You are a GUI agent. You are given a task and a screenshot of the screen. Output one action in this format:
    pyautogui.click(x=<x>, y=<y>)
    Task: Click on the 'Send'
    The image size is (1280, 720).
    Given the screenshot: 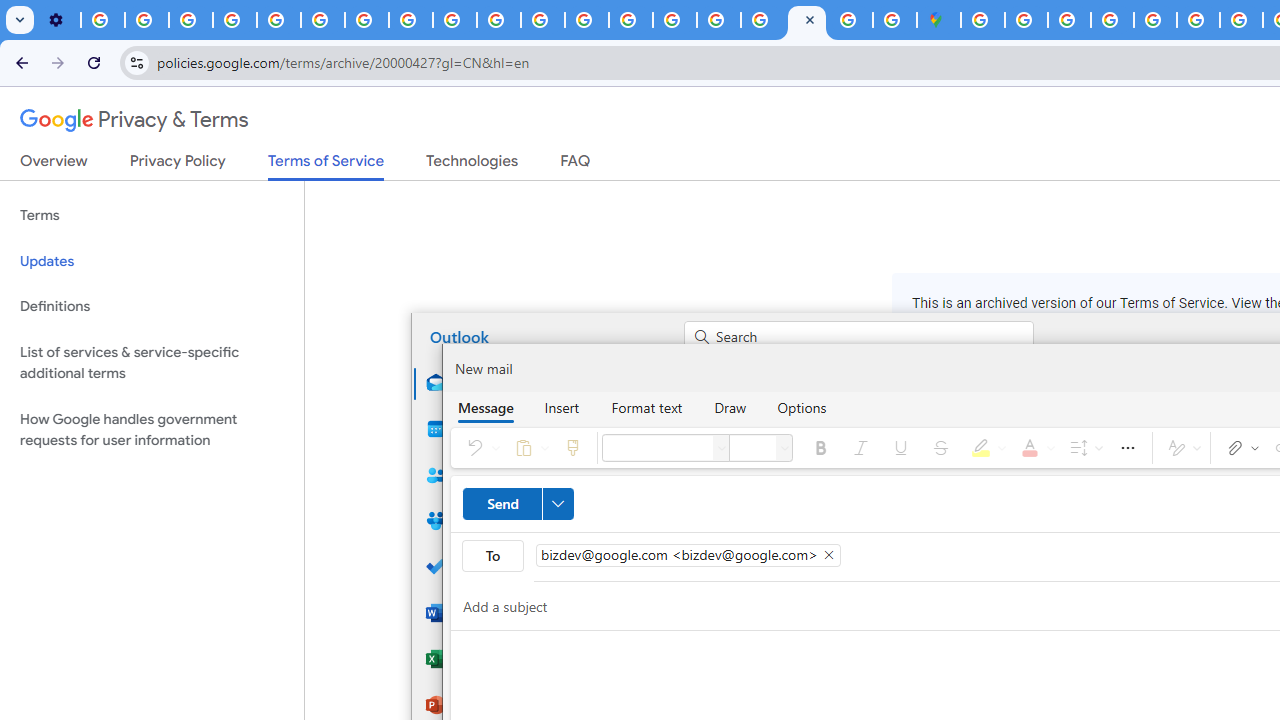 What is the action you would take?
    pyautogui.click(x=518, y=502)
    